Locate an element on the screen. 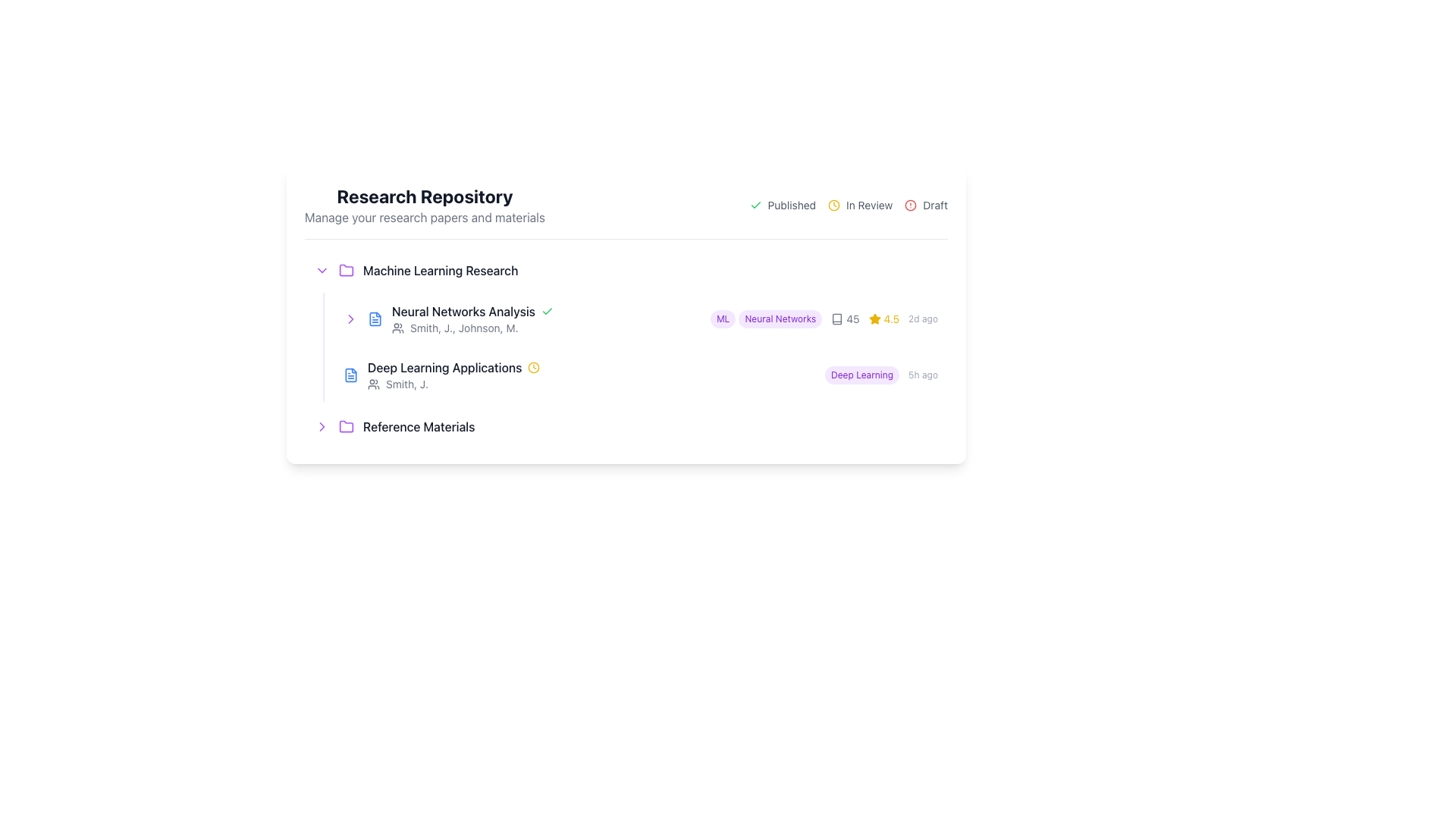 The image size is (1456, 819). the status icon indicating 'Draft' located in the top-right section of the interface is located at coordinates (910, 205).